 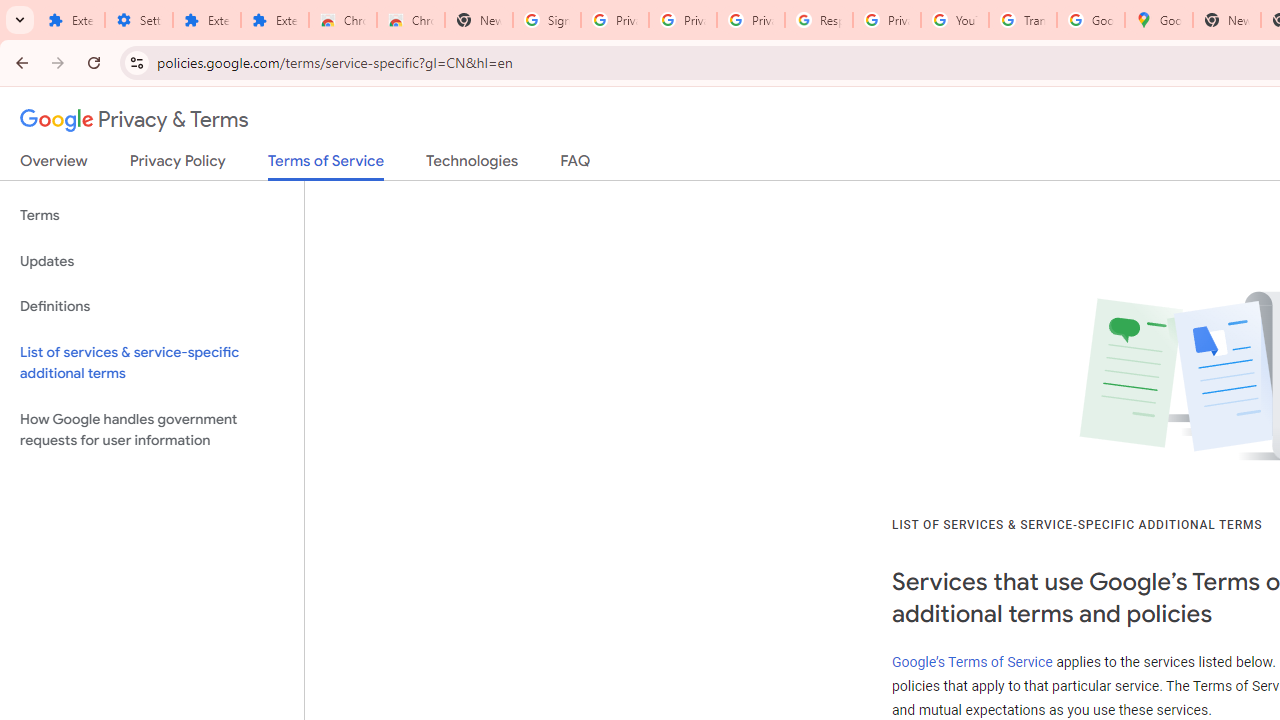 I want to click on 'Chrome Web Store', so click(x=343, y=20).